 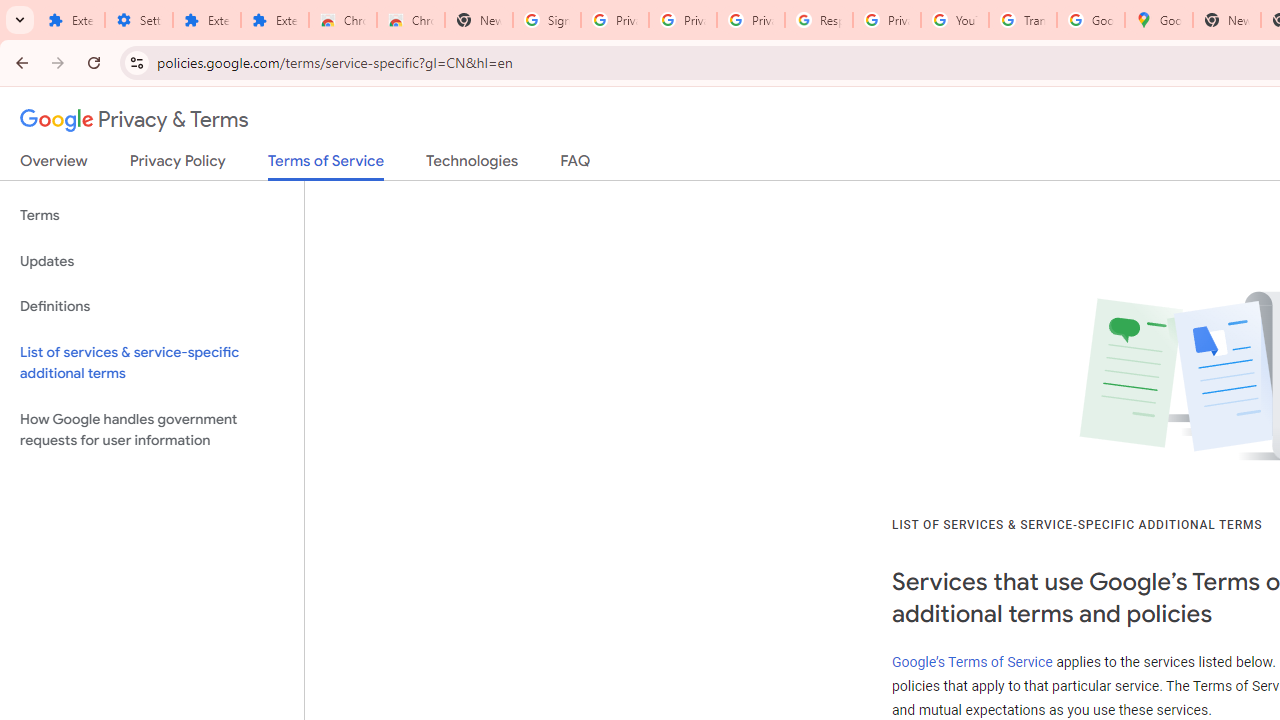 I want to click on 'Chrome Web Store', so click(x=343, y=20).